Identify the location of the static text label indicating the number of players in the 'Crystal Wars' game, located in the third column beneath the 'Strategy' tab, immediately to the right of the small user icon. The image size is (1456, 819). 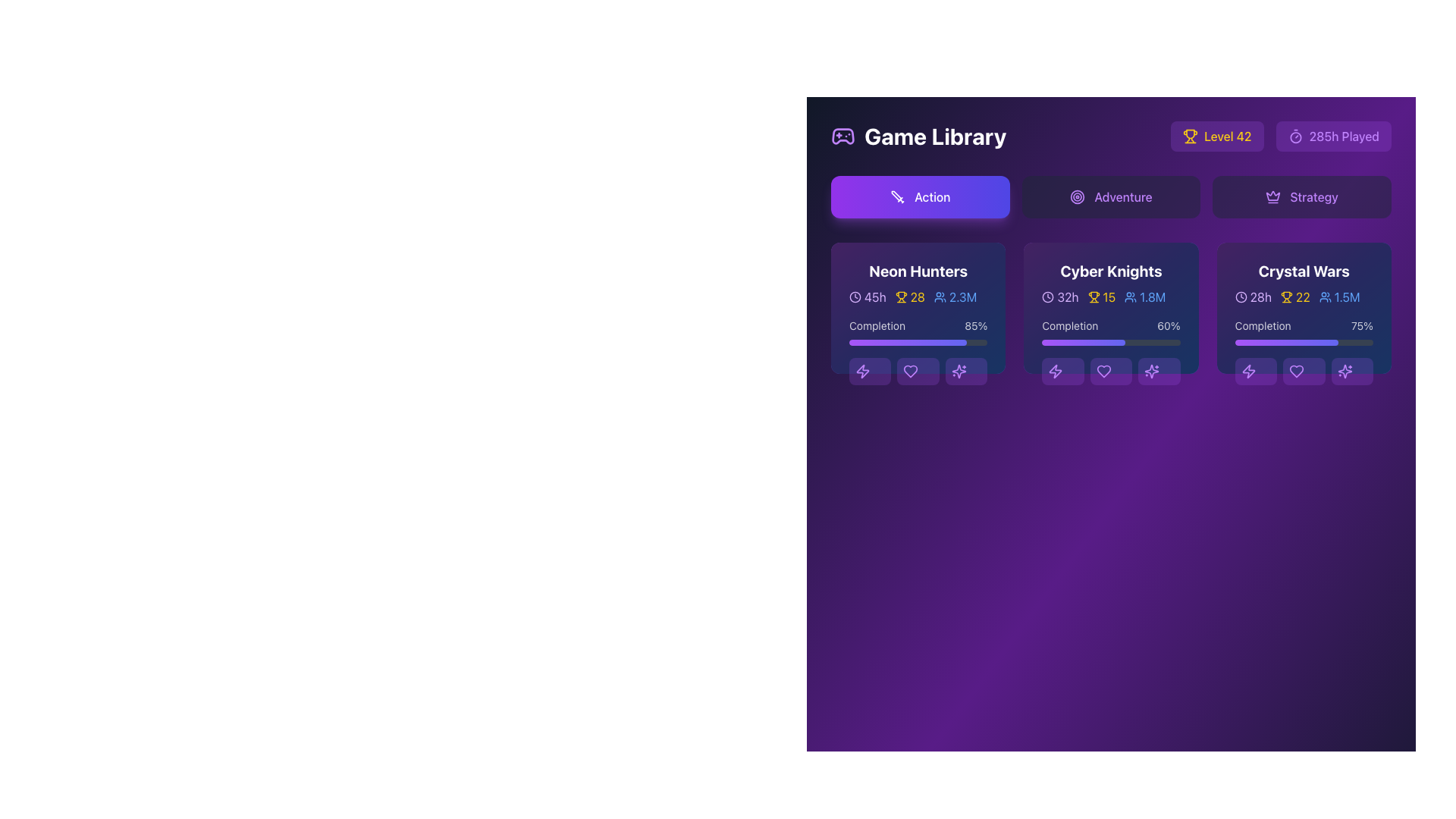
(1347, 297).